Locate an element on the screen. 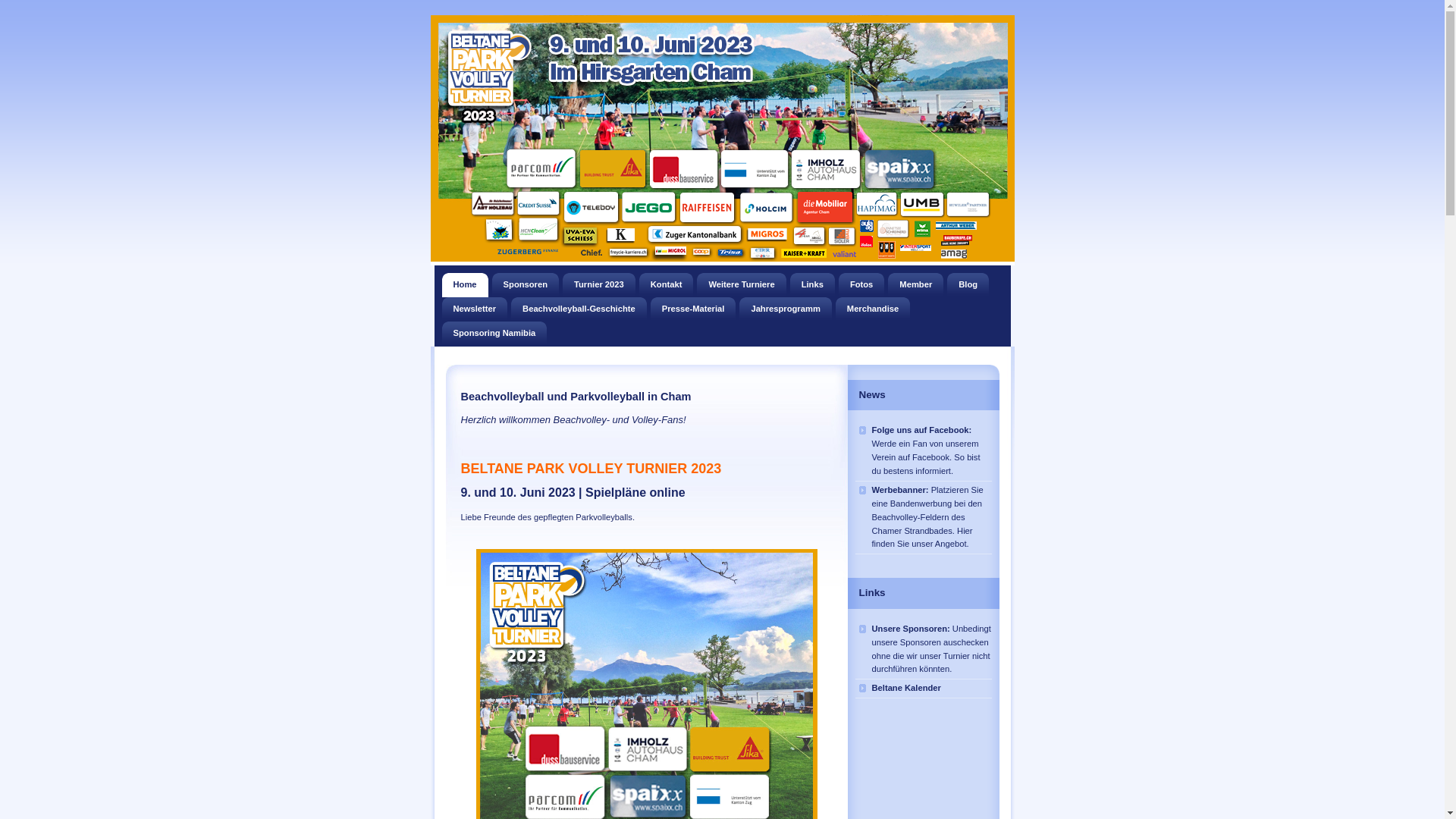  'Sponsoren is located at coordinates (525, 284).